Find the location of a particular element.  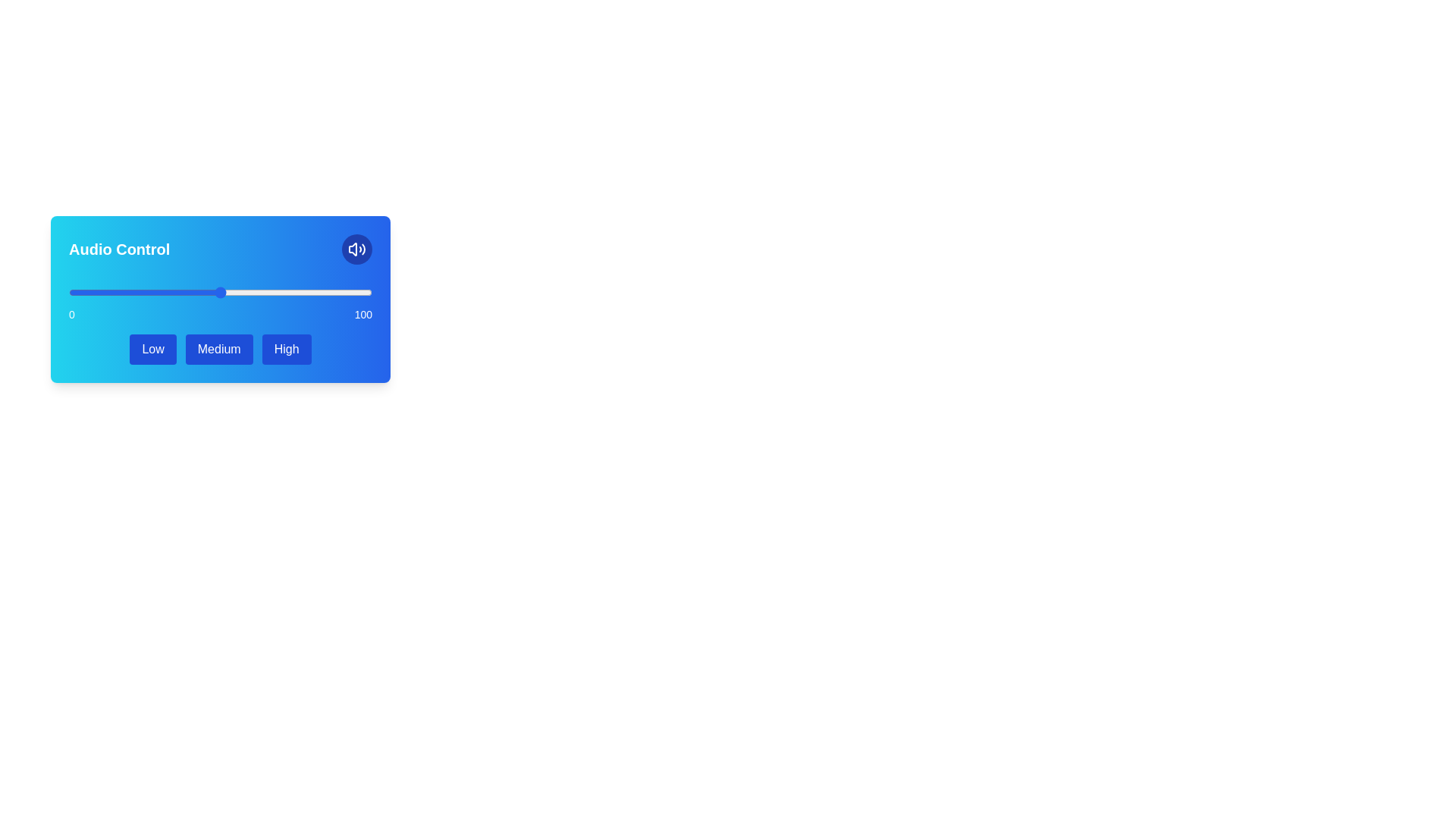

the audio volume is located at coordinates (281, 292).